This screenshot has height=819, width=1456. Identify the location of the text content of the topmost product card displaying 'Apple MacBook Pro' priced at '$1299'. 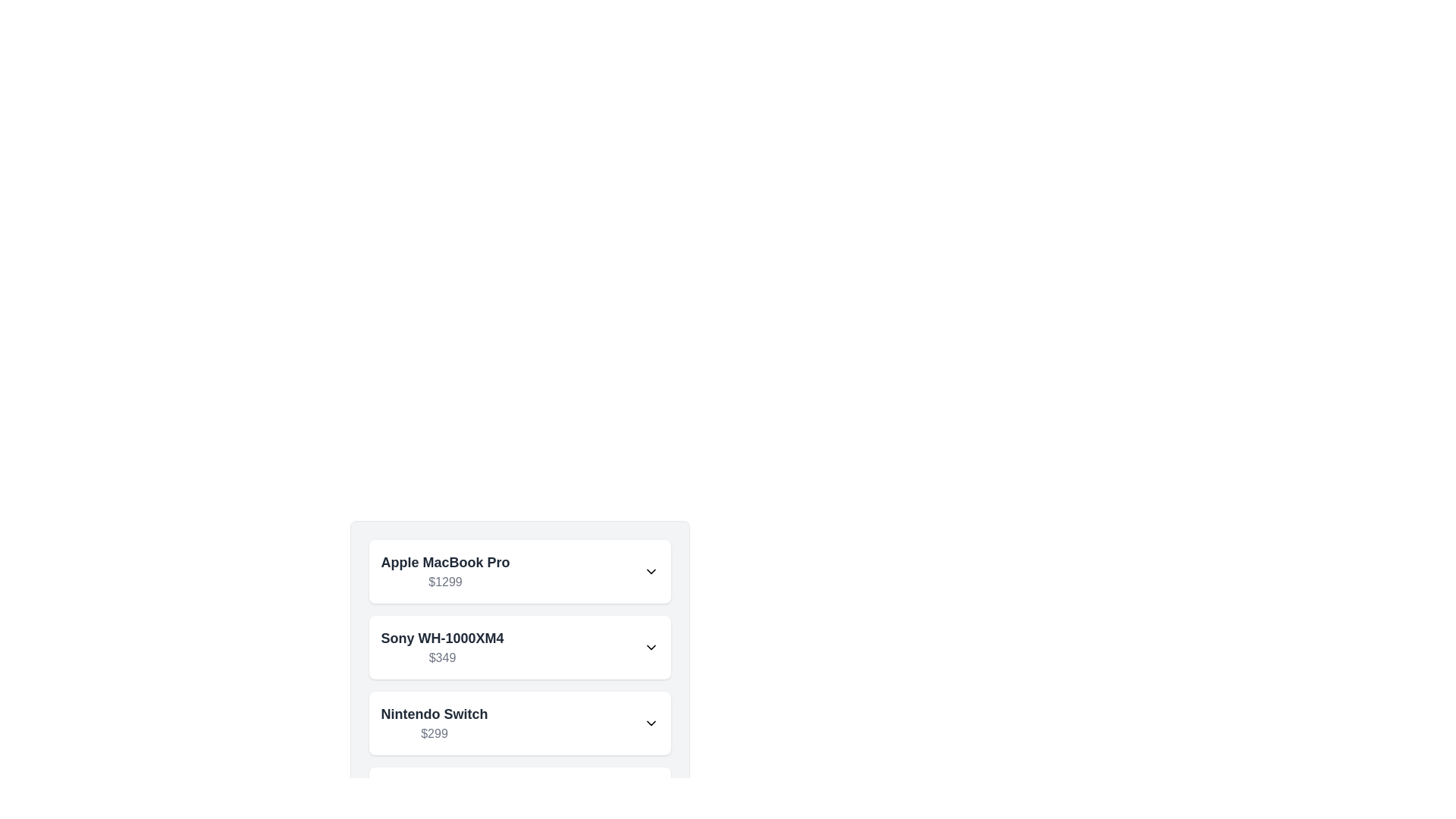
(519, 571).